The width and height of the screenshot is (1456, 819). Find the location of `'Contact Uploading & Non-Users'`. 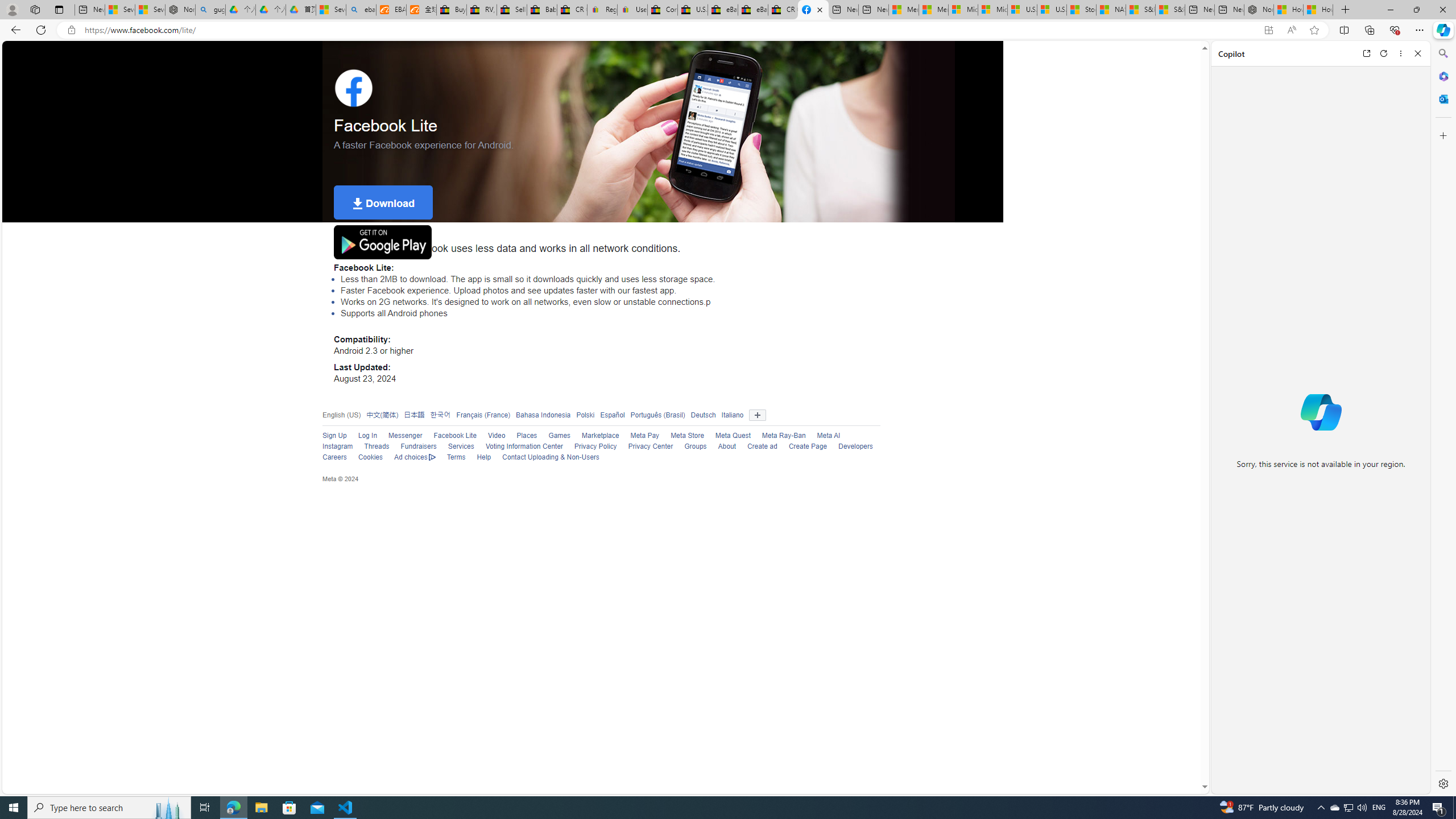

'Contact Uploading & Non-Users' is located at coordinates (550, 457).